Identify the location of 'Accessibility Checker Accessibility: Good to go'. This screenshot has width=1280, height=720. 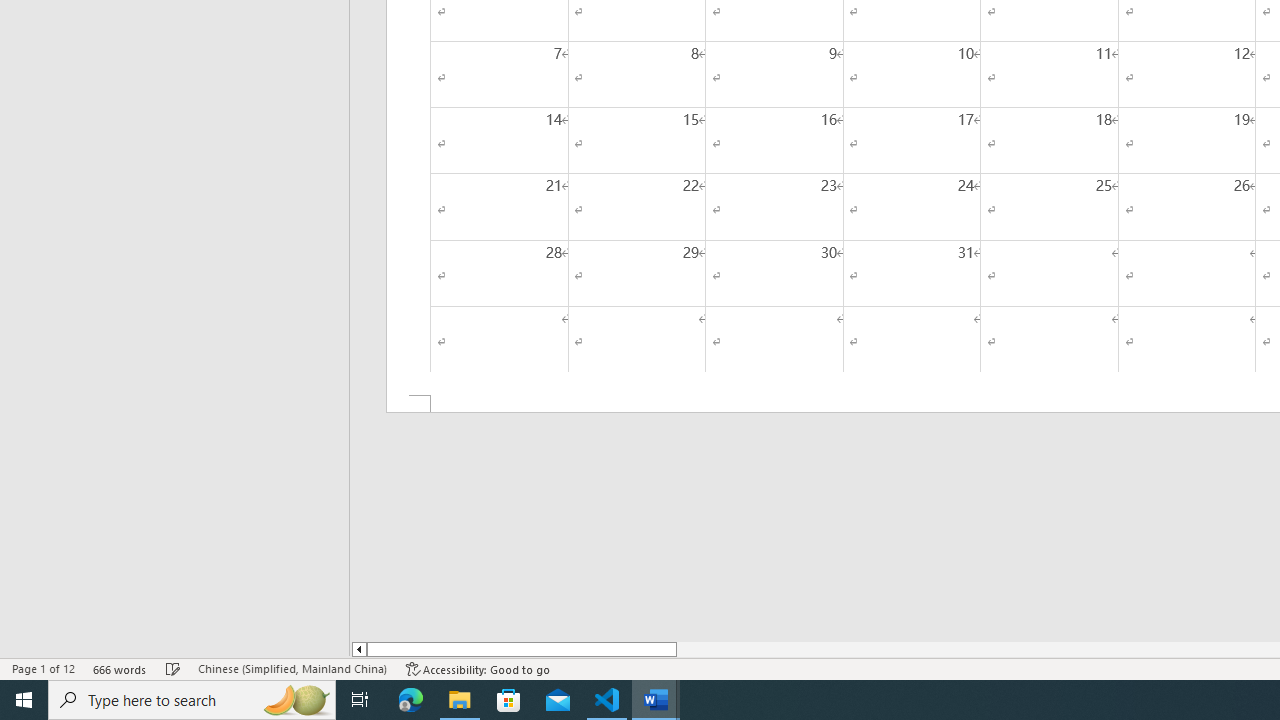
(477, 669).